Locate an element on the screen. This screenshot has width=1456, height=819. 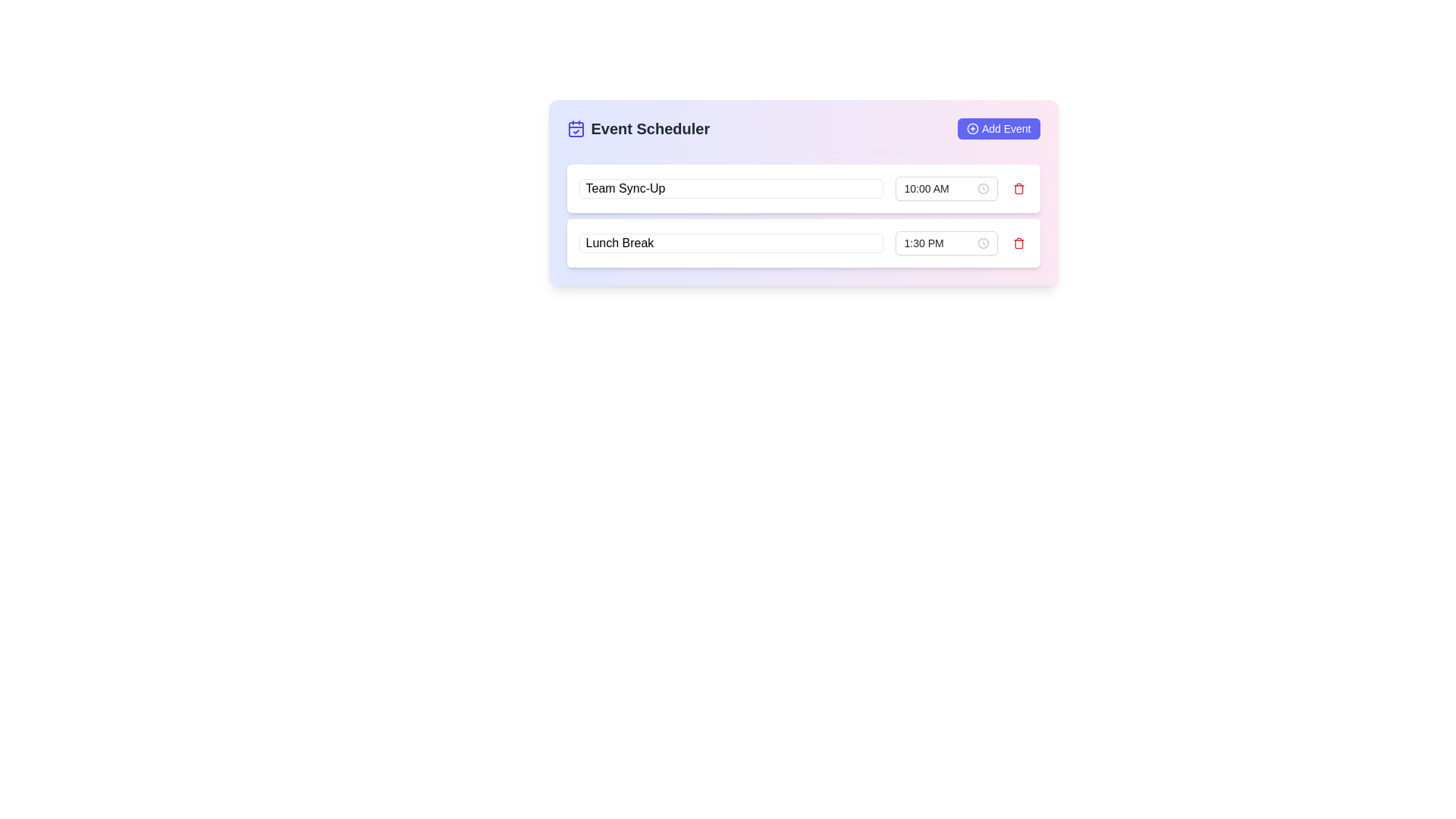
the time picker input field that displays '1:30 PM' is located at coordinates (946, 242).